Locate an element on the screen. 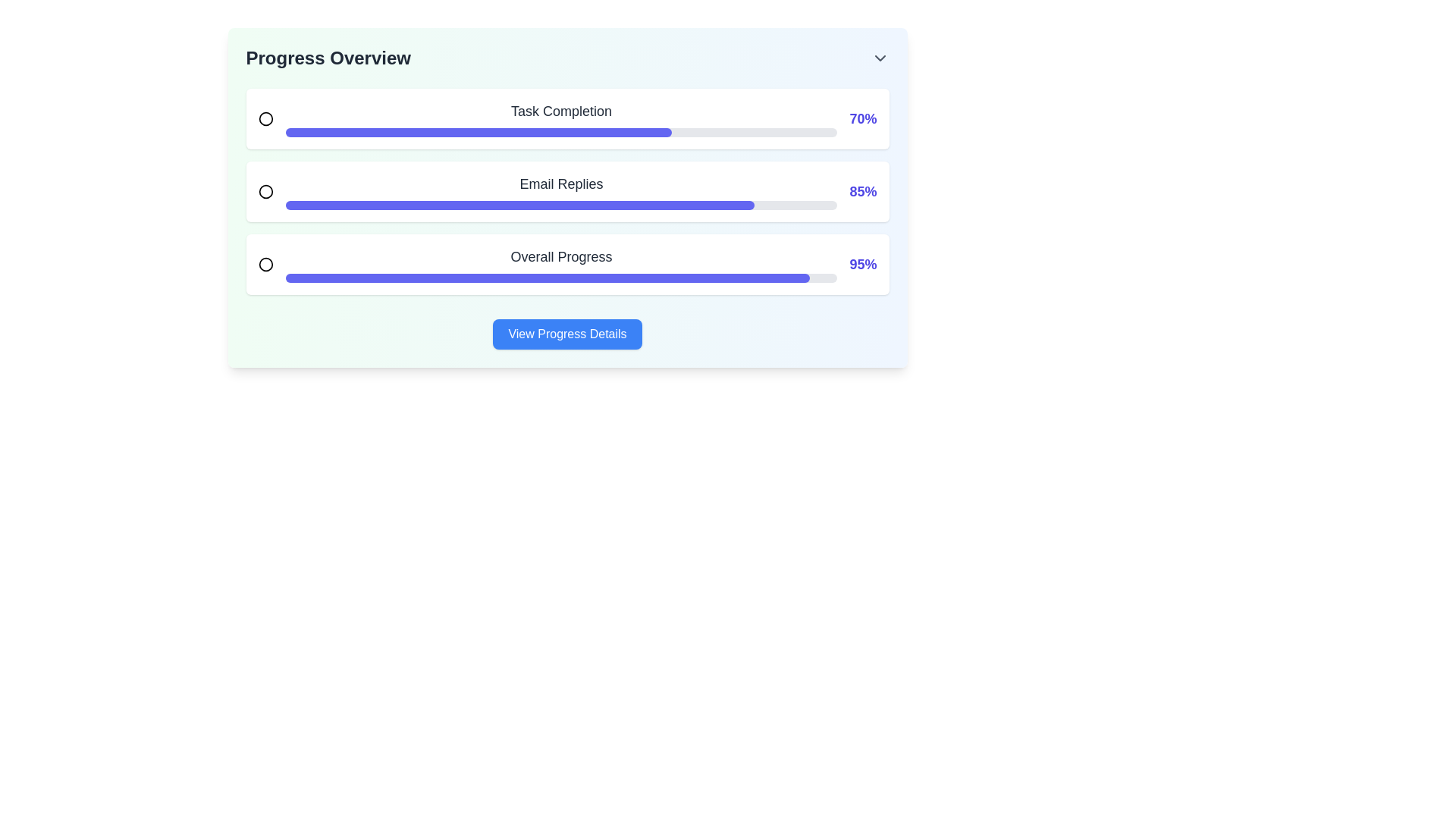 The image size is (1456, 819). the 'Email Replies' text label, which is styled in a medium-sized bold gray font and located in the second row of the progress overview component is located at coordinates (560, 184).